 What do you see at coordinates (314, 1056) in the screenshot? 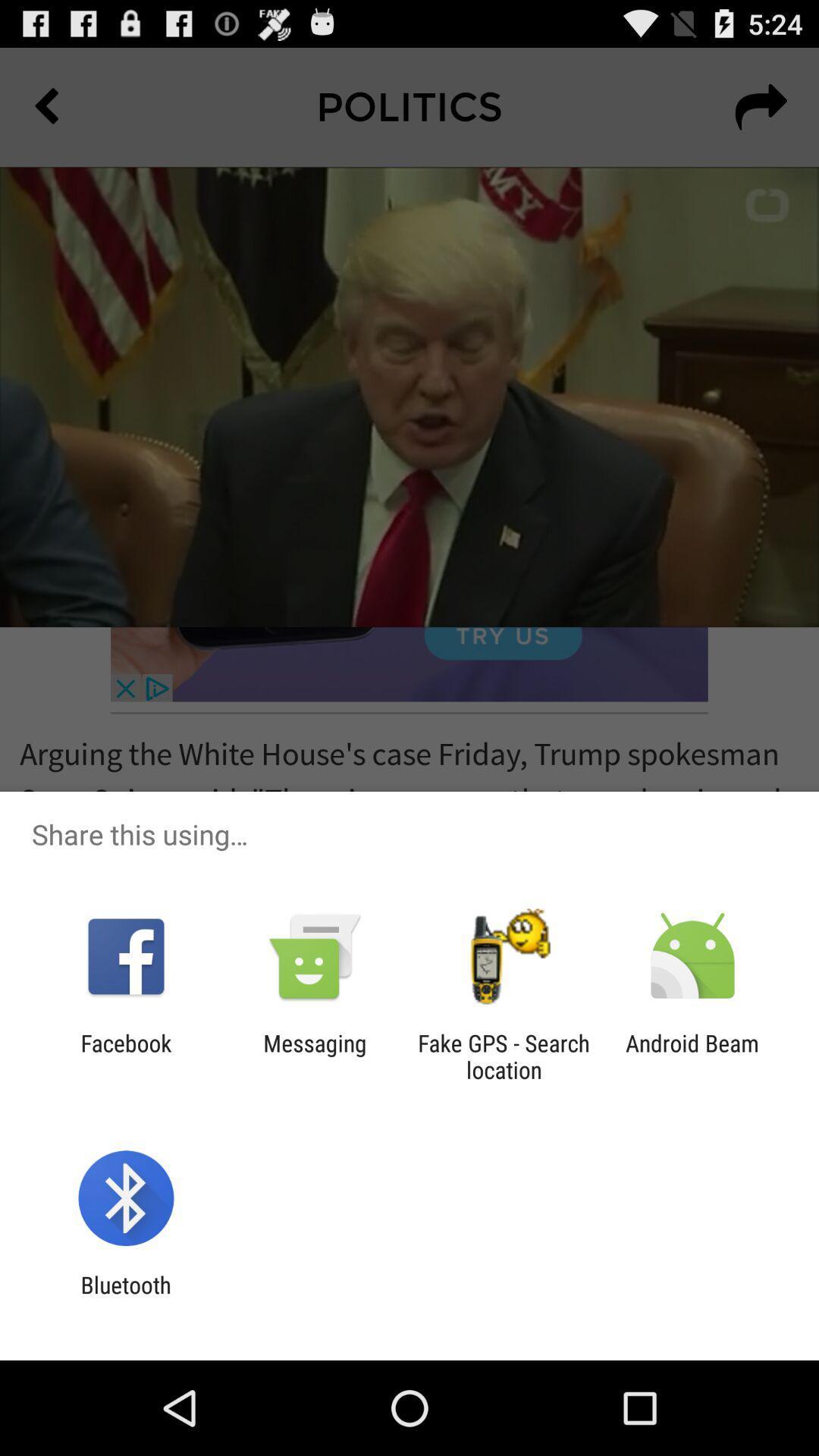
I see `app next to the fake gps search` at bounding box center [314, 1056].